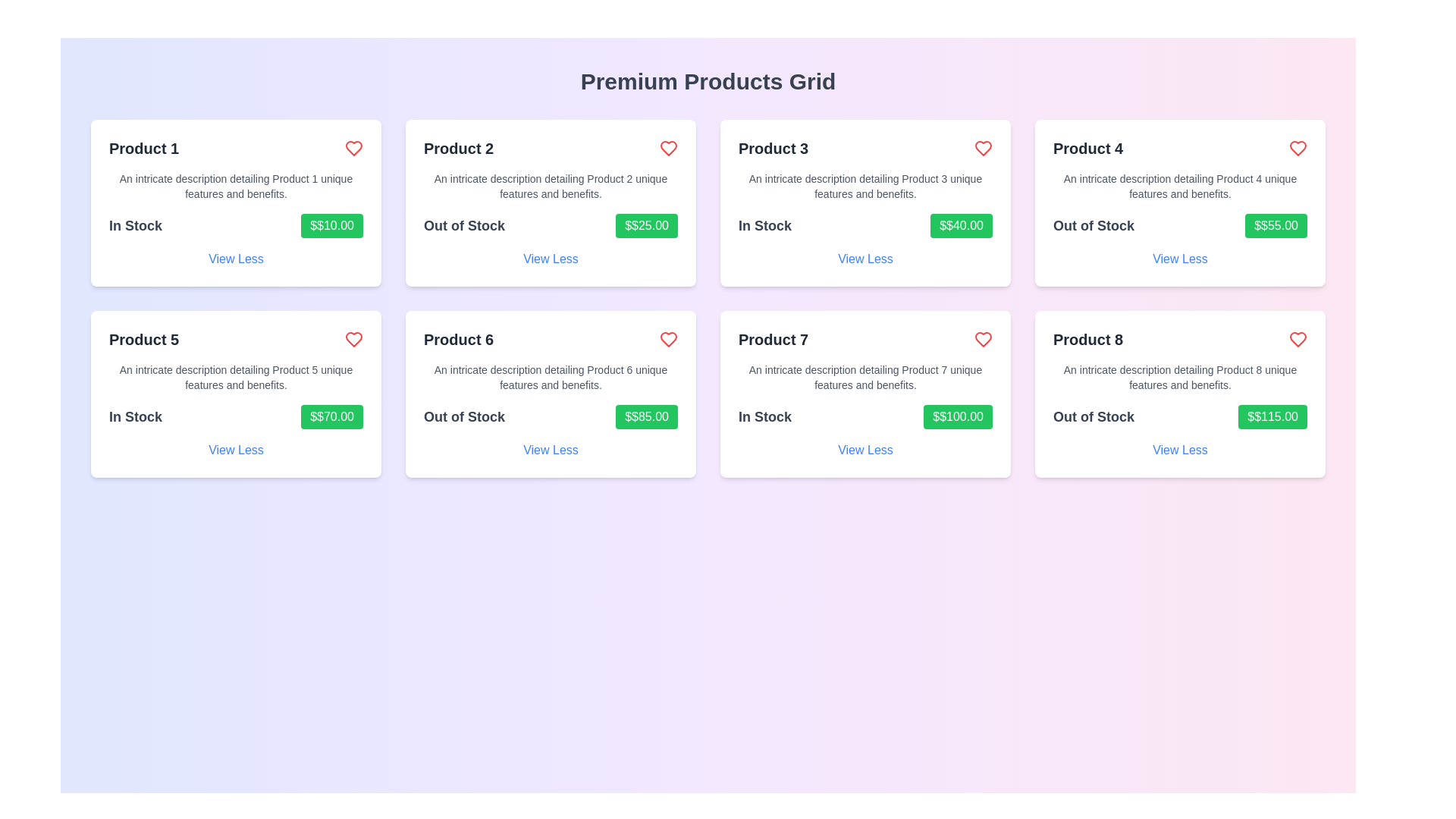  What do you see at coordinates (865, 259) in the screenshot?
I see `the blue-colored hyperlink labeled 'View Less' located at the bottom right of the 'Product 3' card` at bounding box center [865, 259].